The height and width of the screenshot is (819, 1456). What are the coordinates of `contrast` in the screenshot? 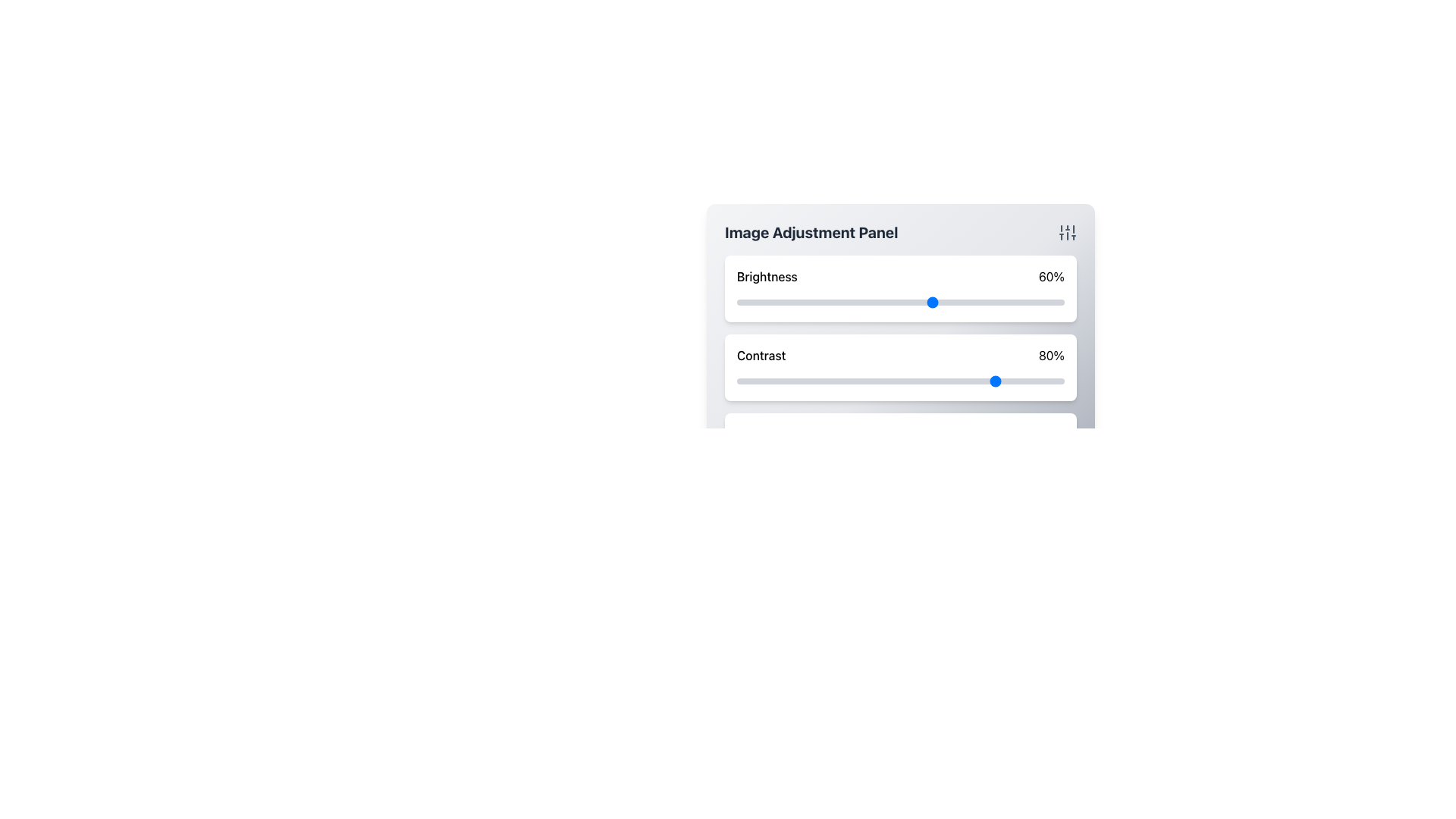 It's located at (1057, 380).